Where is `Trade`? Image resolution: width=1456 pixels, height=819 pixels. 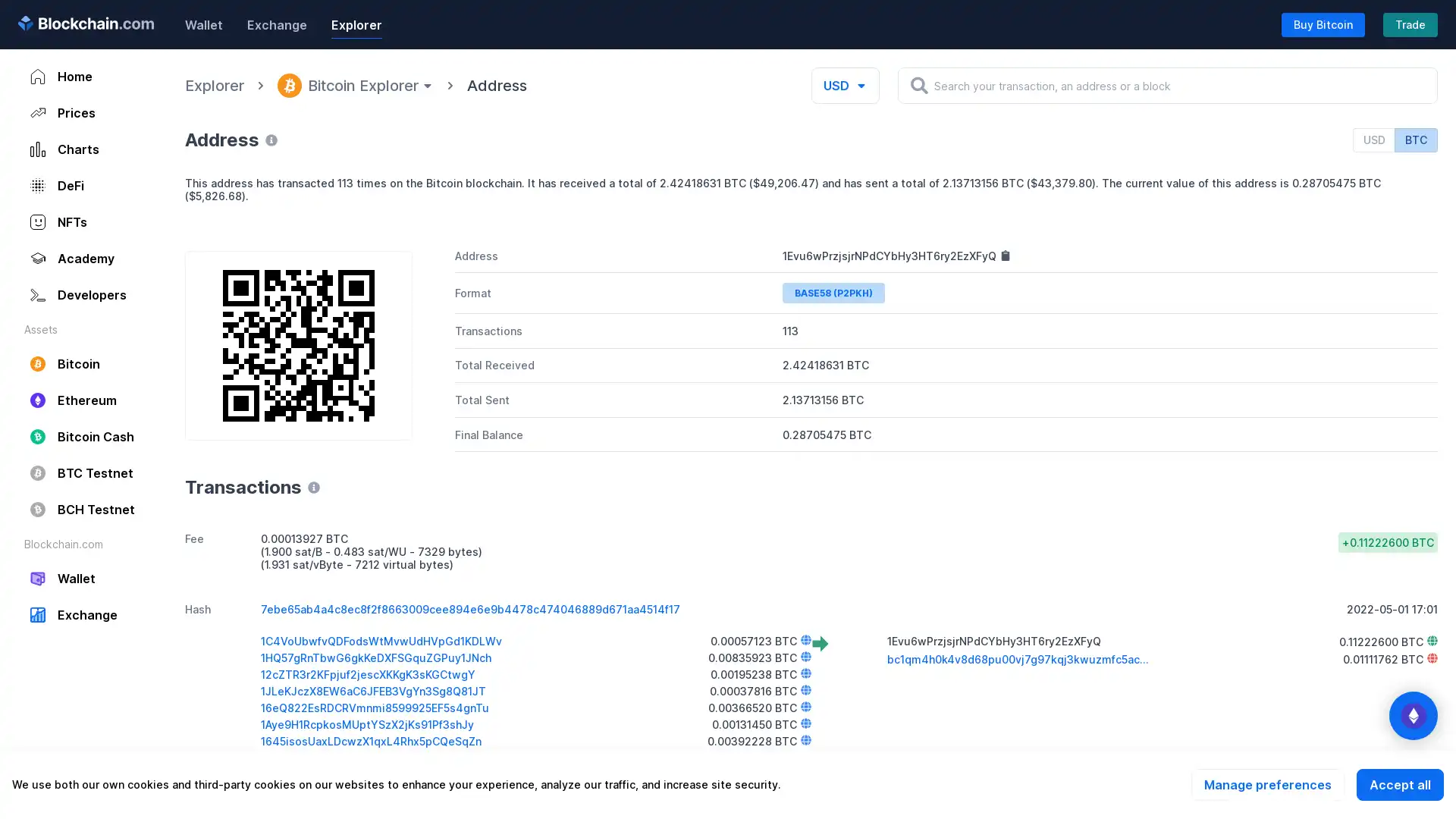
Trade is located at coordinates (1410, 24).